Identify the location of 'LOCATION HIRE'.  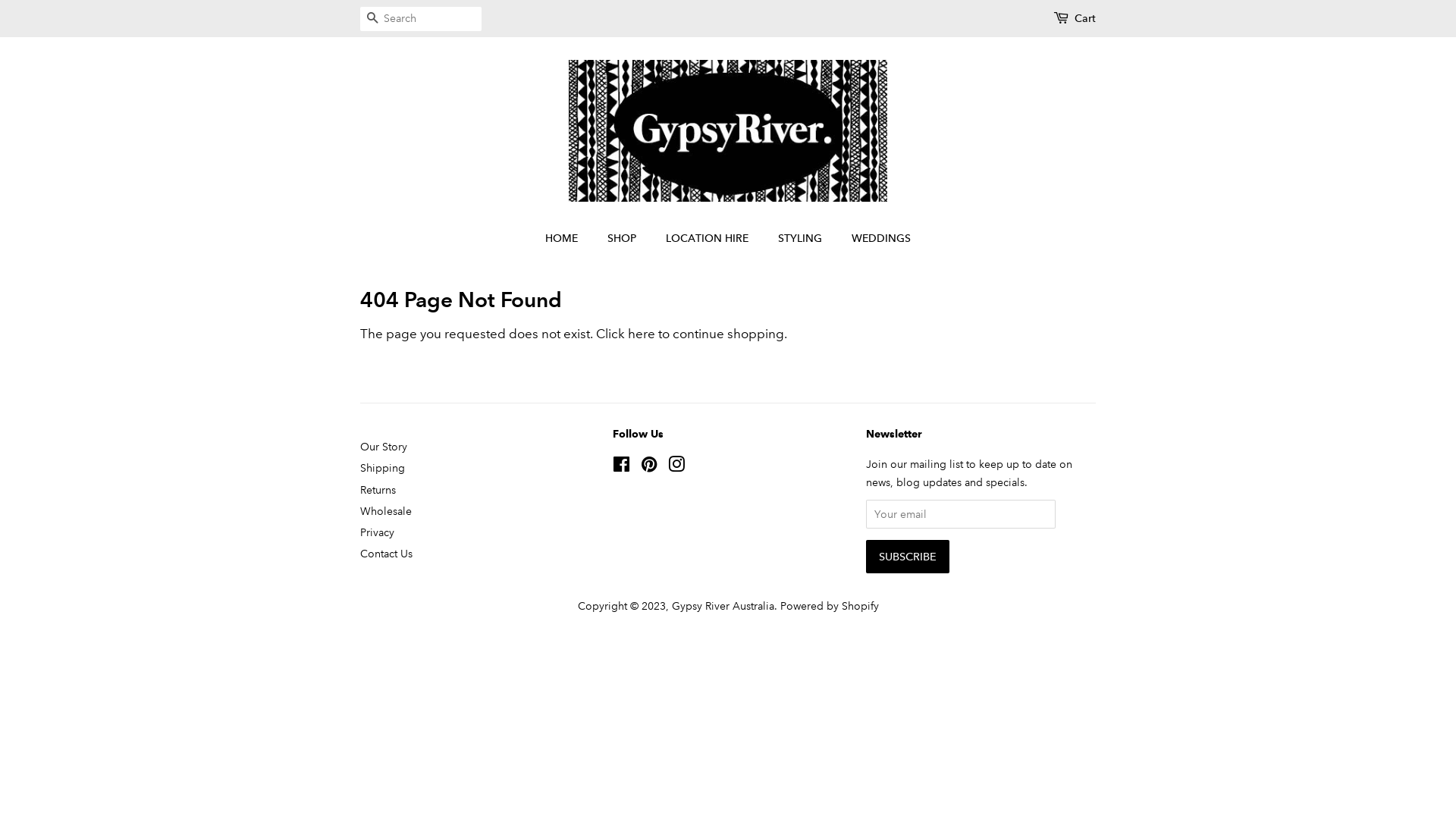
(654, 239).